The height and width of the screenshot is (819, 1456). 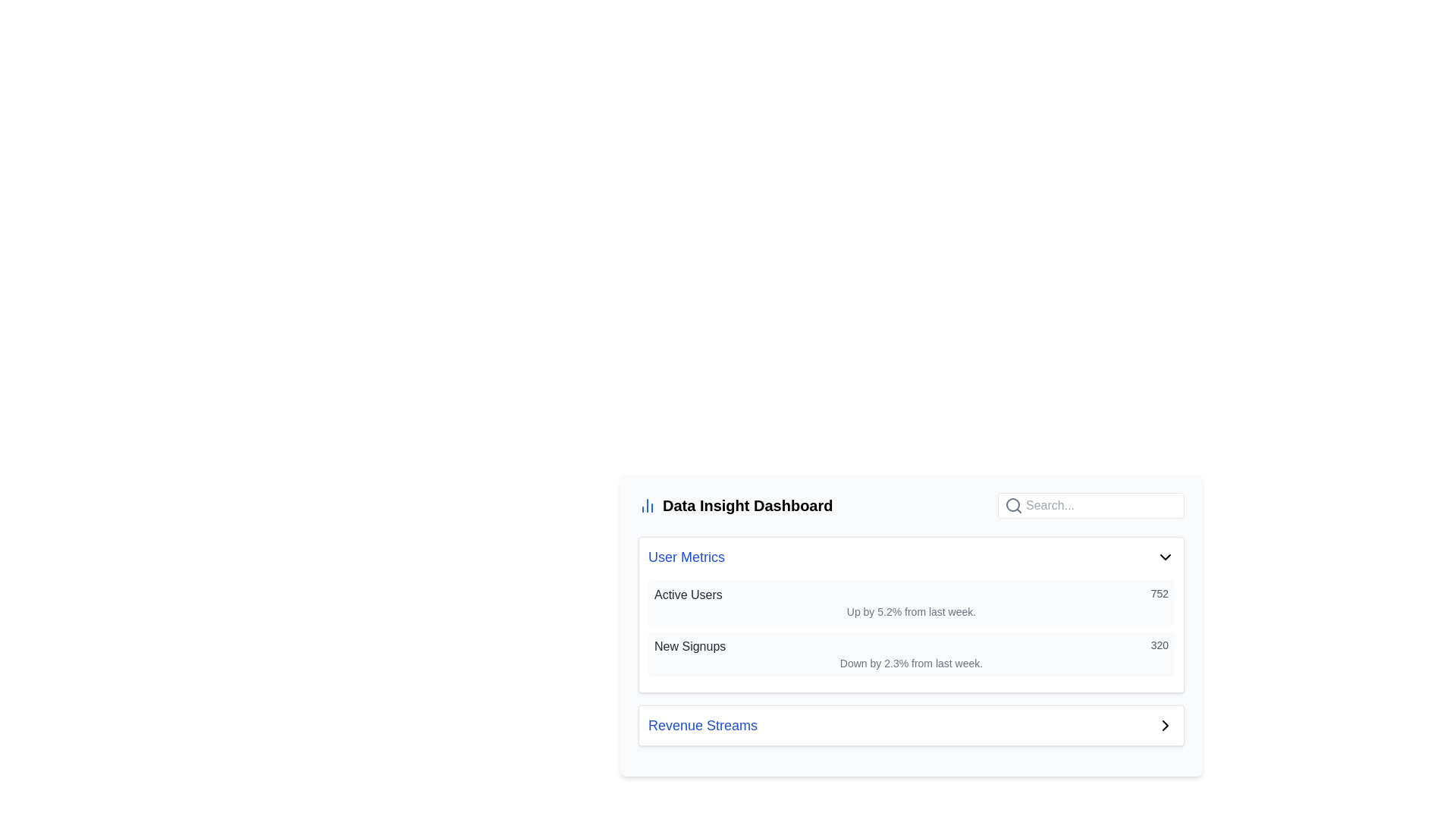 I want to click on the data displayed in the Statistical Display showing the number of active users, located centrally above the label 'Up by 5.2% from last week.' and below 'New Signups', so click(x=910, y=595).